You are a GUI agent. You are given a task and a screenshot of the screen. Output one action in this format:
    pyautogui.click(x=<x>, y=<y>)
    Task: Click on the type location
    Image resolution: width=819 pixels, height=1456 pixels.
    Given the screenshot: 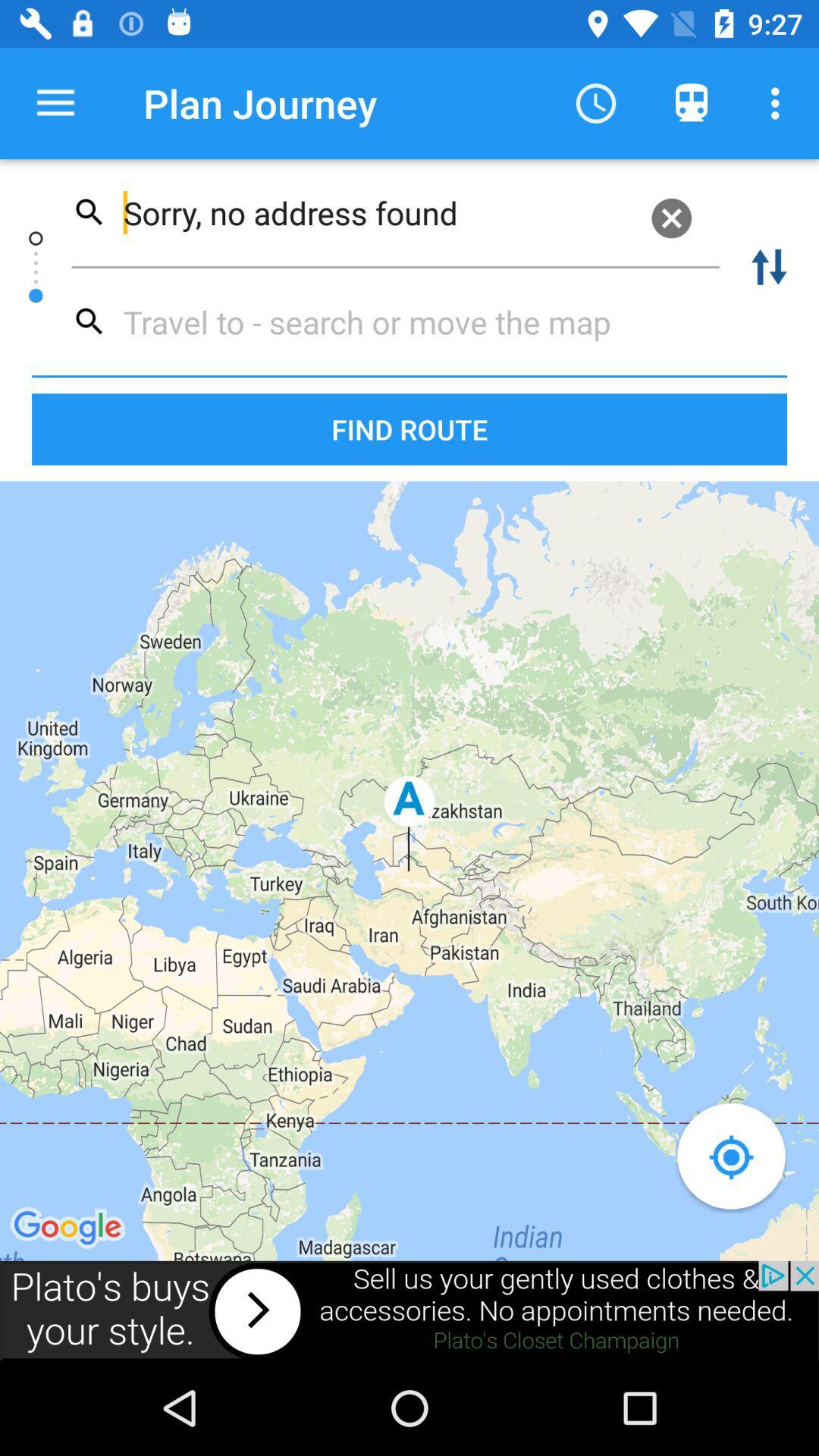 What is the action you would take?
    pyautogui.click(x=388, y=321)
    